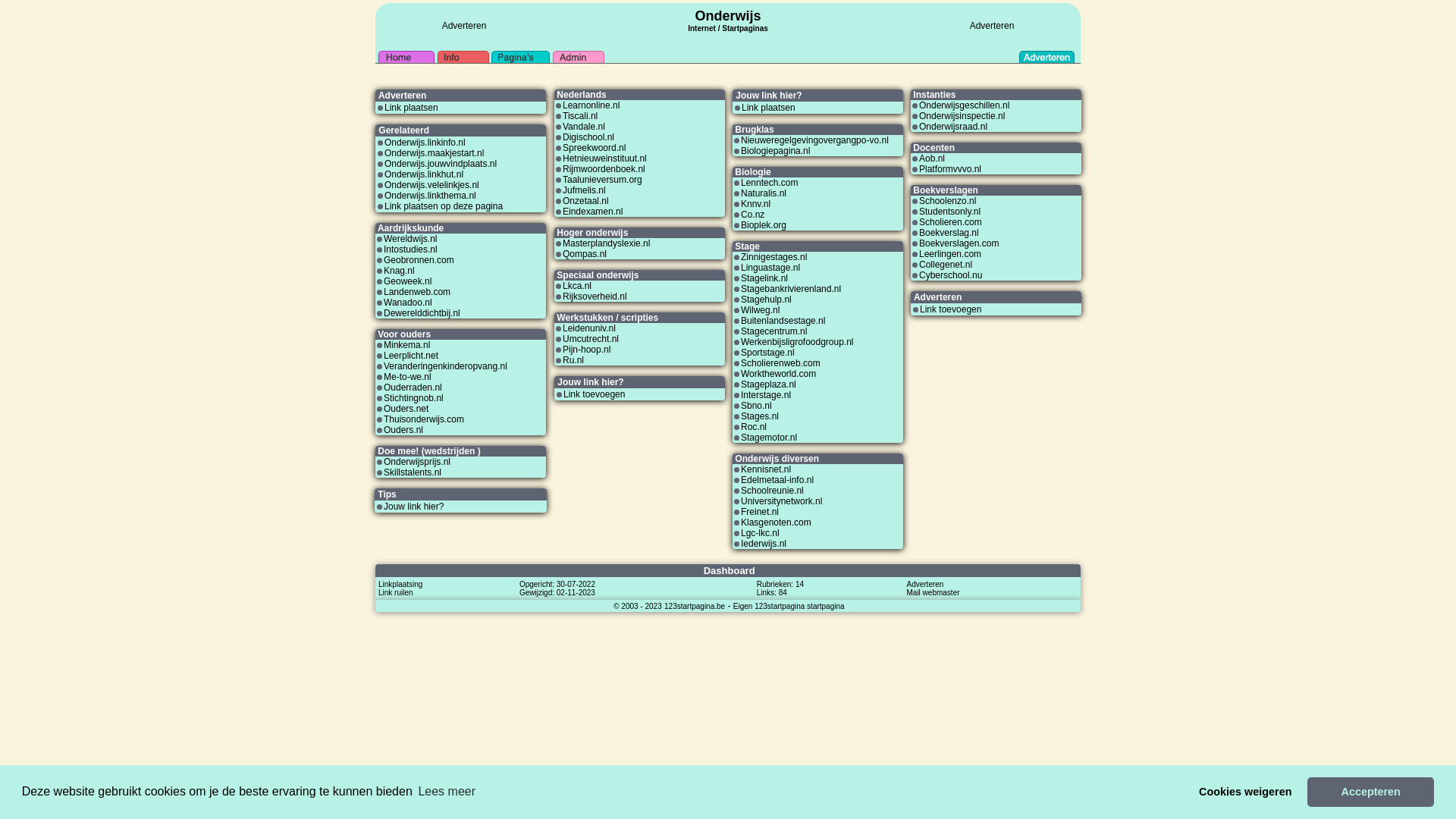  What do you see at coordinates (773, 330) in the screenshot?
I see `'Stagecentrum.nl'` at bounding box center [773, 330].